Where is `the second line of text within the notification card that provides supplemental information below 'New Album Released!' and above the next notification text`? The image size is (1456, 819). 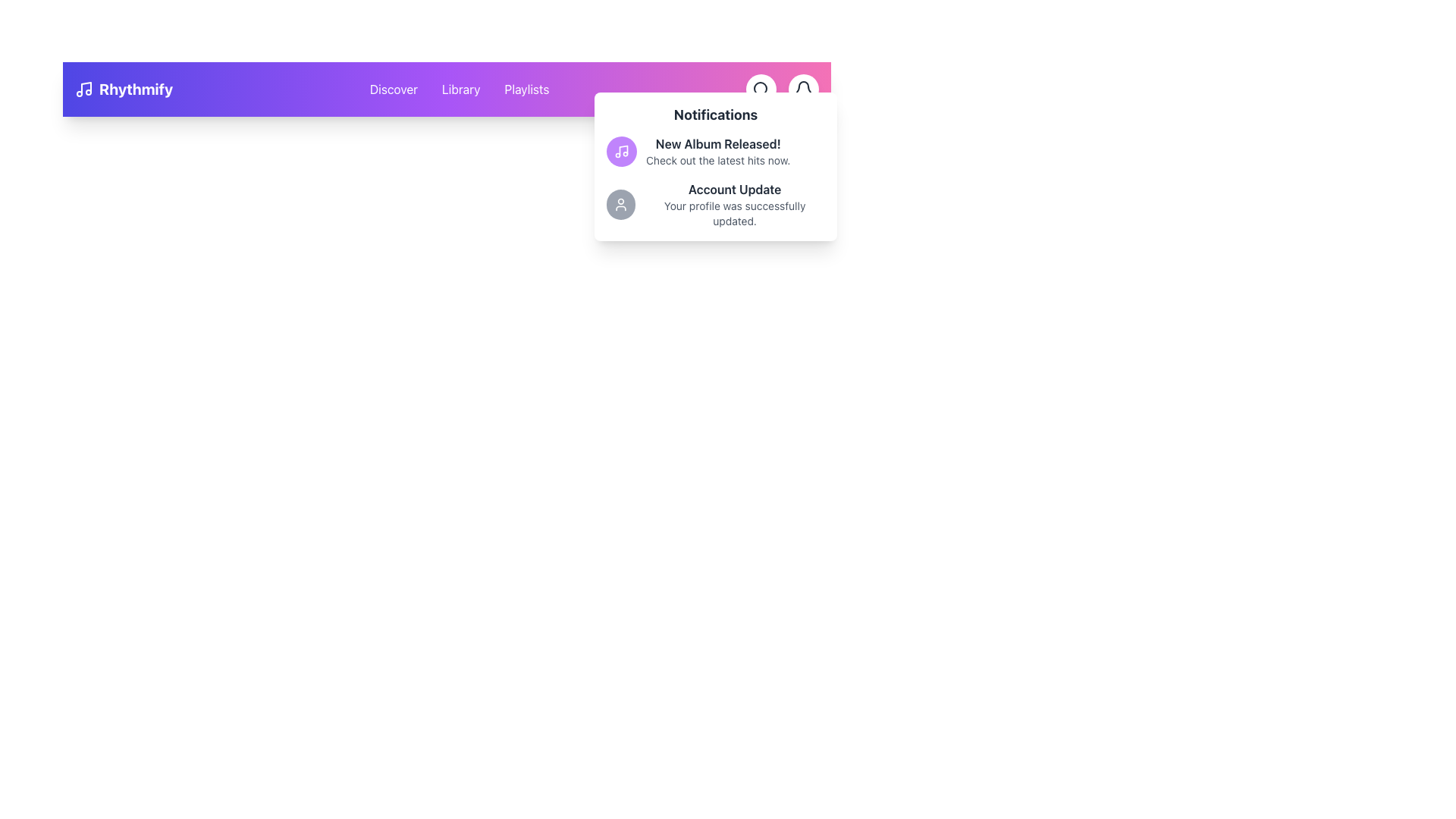
the second line of text within the notification card that provides supplemental information below 'New Album Released!' and above the next notification text is located at coordinates (717, 161).